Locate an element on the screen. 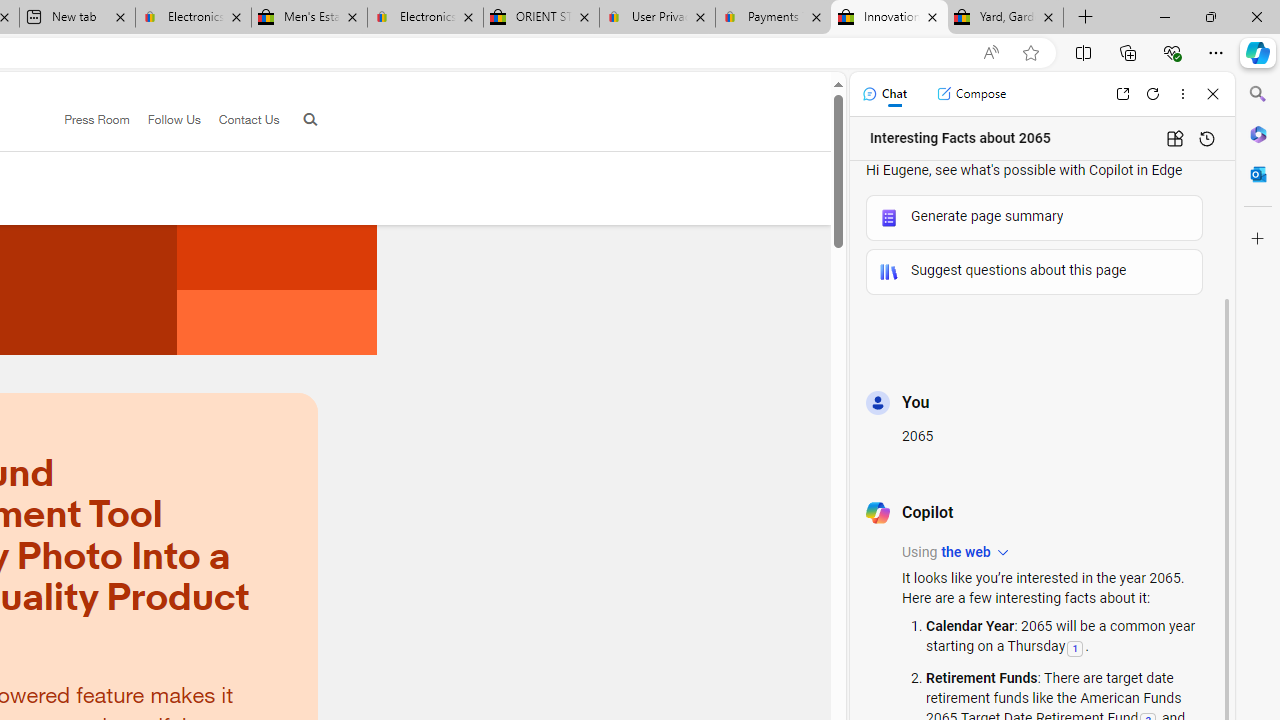 This screenshot has width=1280, height=720. 'User Privacy Notice | eBay' is located at coordinates (657, 17).